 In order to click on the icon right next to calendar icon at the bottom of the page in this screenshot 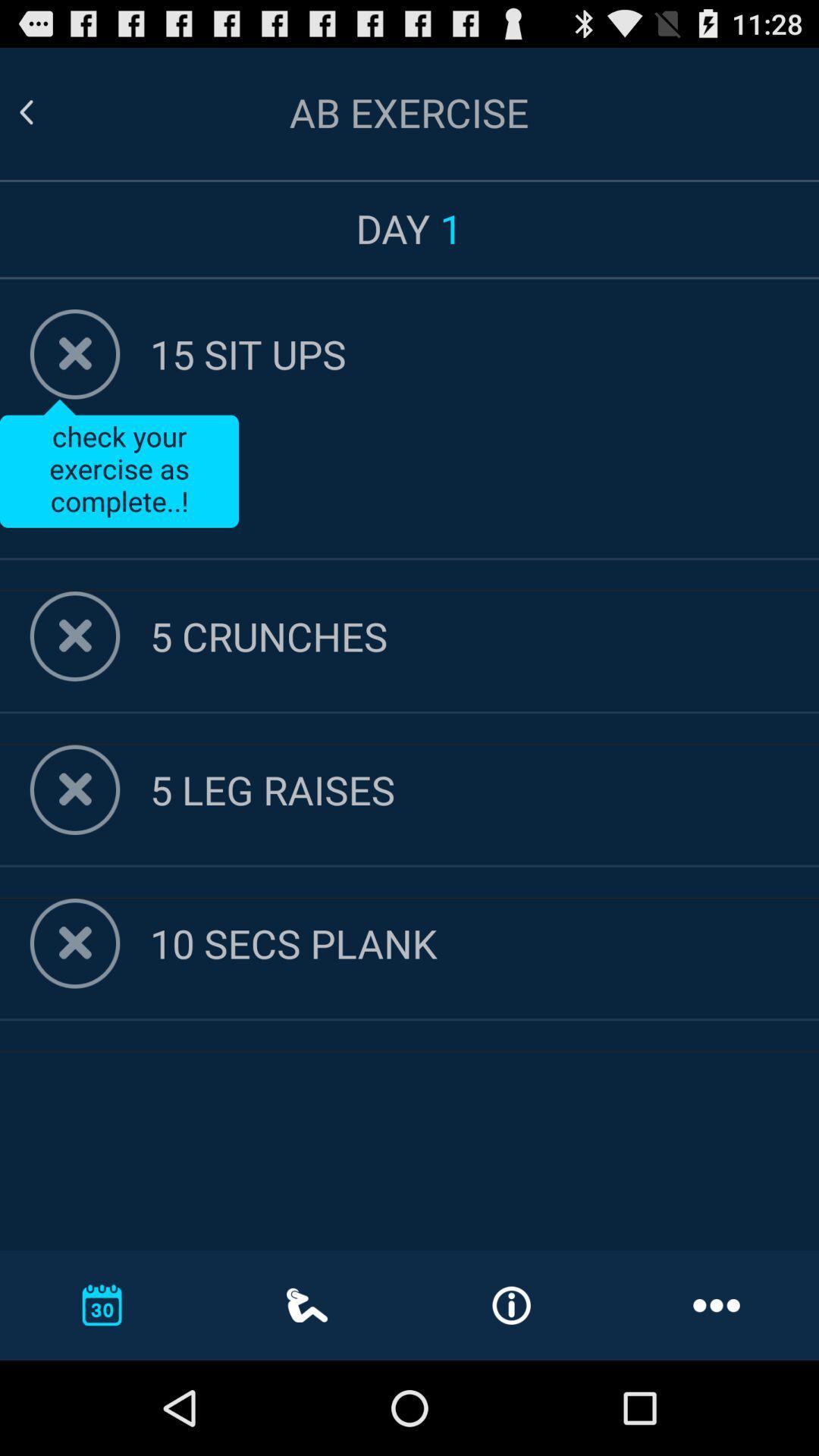, I will do `click(307, 1304)`.